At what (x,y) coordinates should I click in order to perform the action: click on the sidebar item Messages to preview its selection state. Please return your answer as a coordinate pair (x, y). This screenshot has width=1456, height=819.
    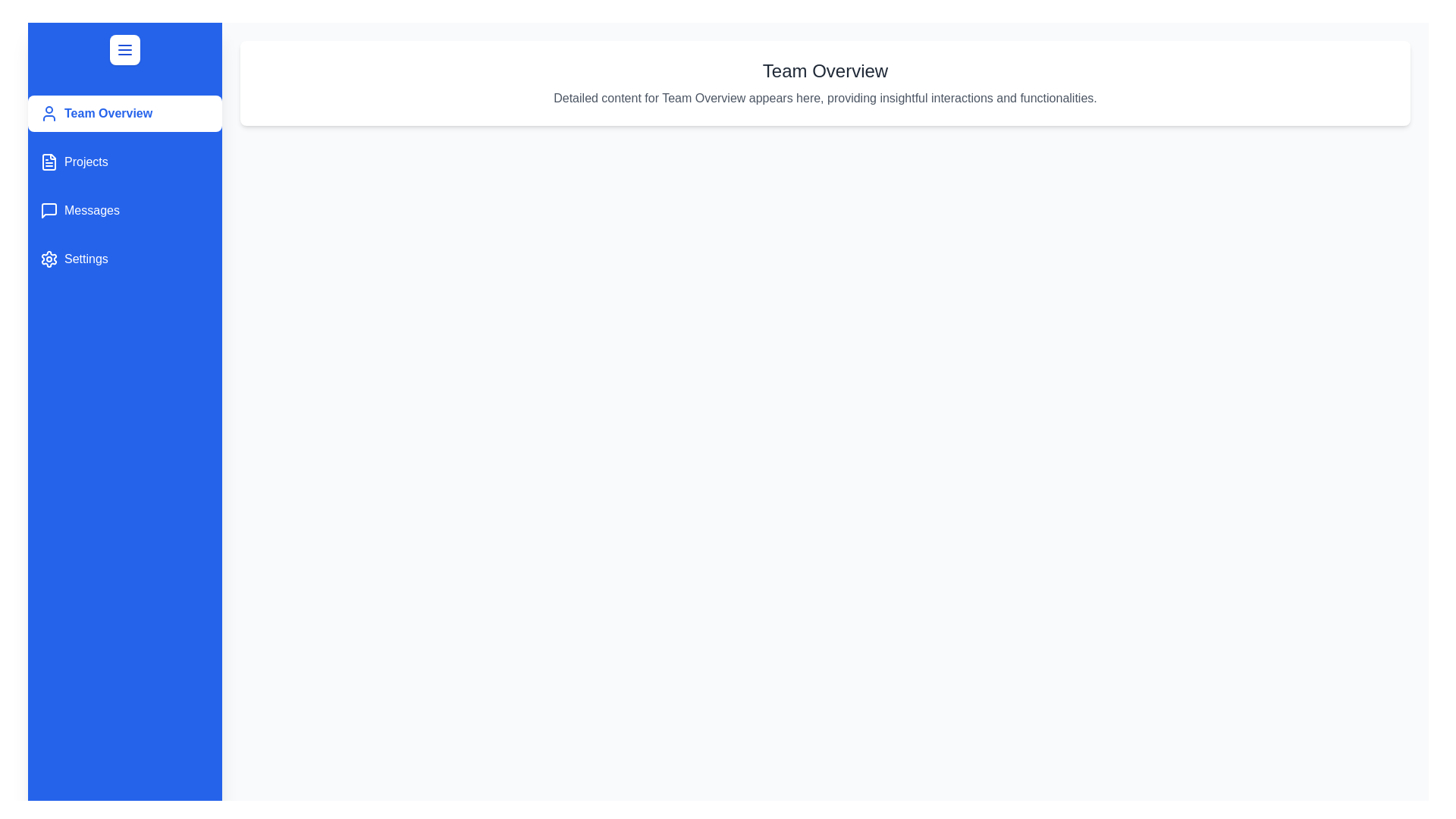
    Looking at the image, I should click on (124, 210).